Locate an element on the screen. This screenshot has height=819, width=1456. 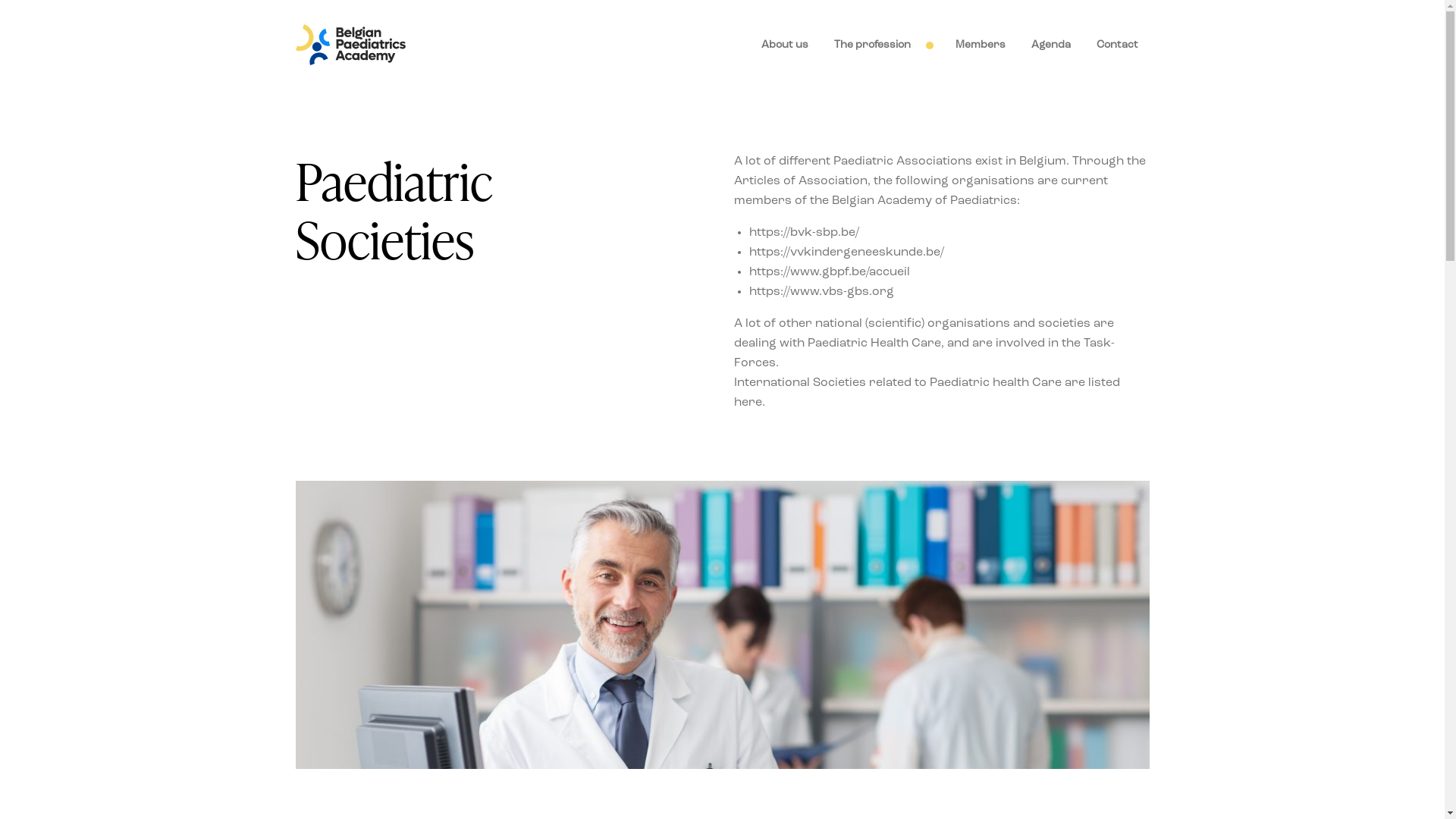
'Contact' is located at coordinates (1116, 45).